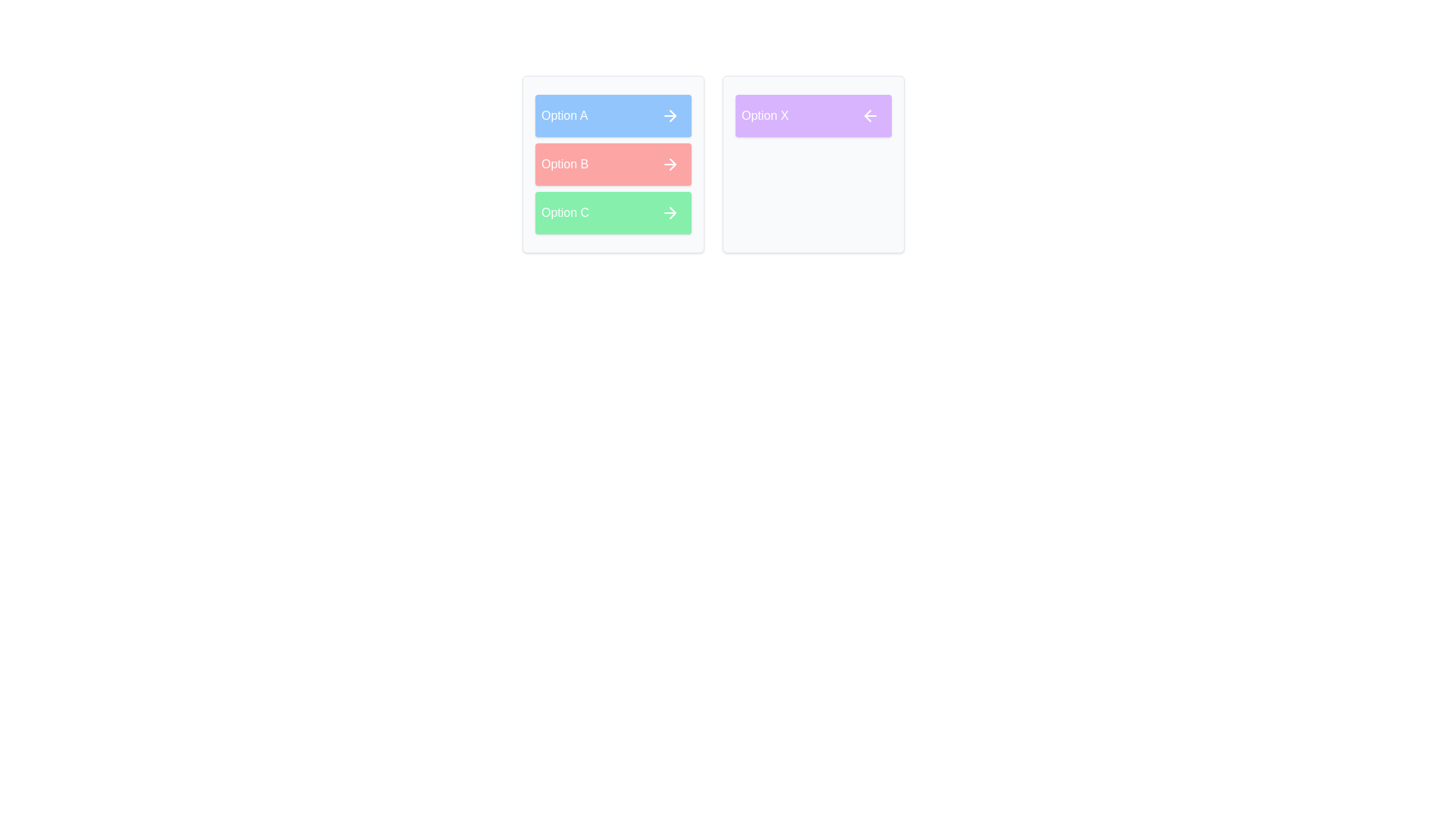 The width and height of the screenshot is (1456, 819). I want to click on the item Option C in the list, so click(613, 213).